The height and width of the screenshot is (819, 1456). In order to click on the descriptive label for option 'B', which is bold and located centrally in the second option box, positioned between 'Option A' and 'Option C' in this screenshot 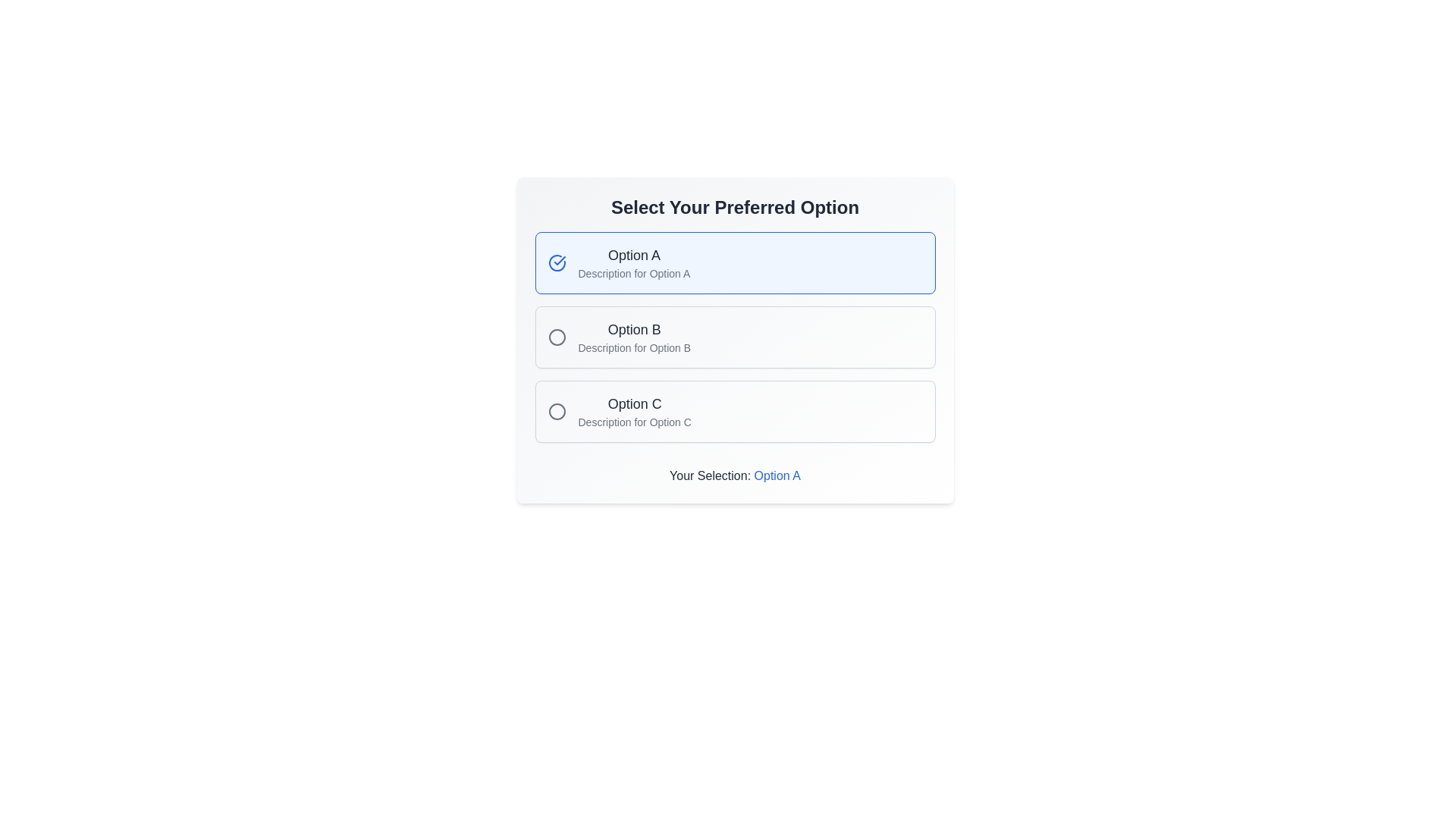, I will do `click(634, 336)`.